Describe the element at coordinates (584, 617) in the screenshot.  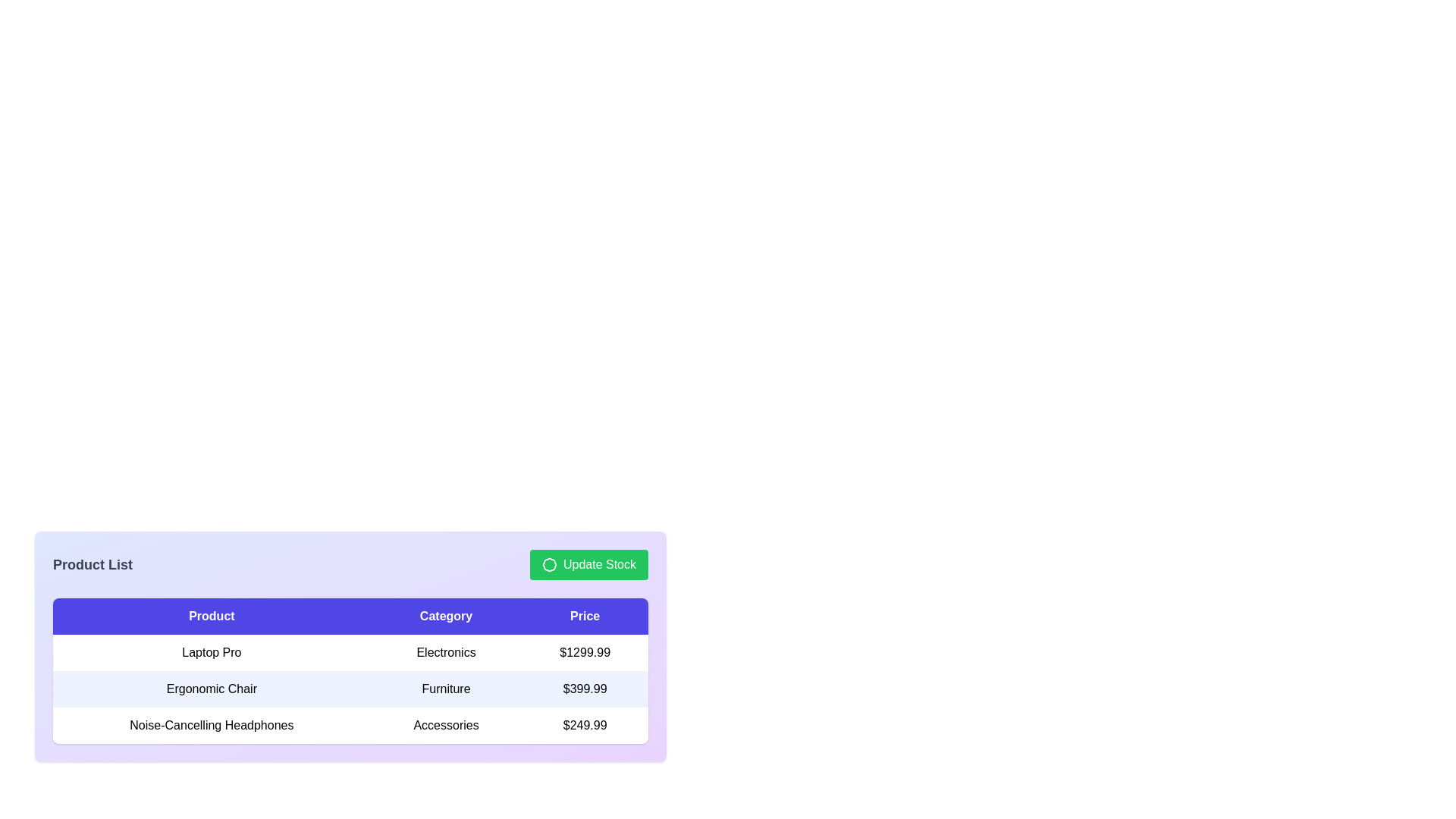
I see `the 'Price' header element, which is the third column header in the 'ProductCategoryPrice' section, displayed in white text on a purple background` at that location.